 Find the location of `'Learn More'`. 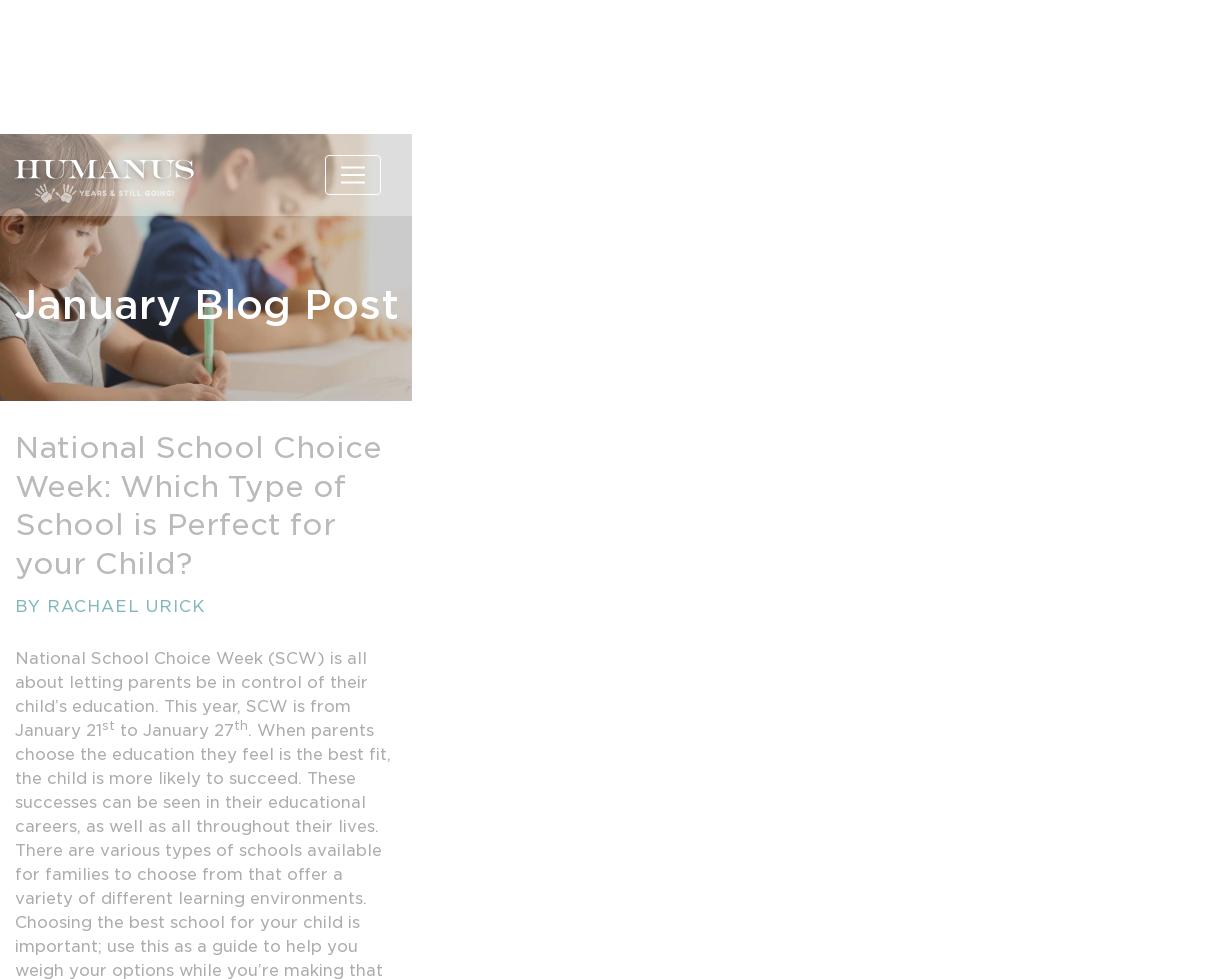

'Learn More' is located at coordinates (205, 90).